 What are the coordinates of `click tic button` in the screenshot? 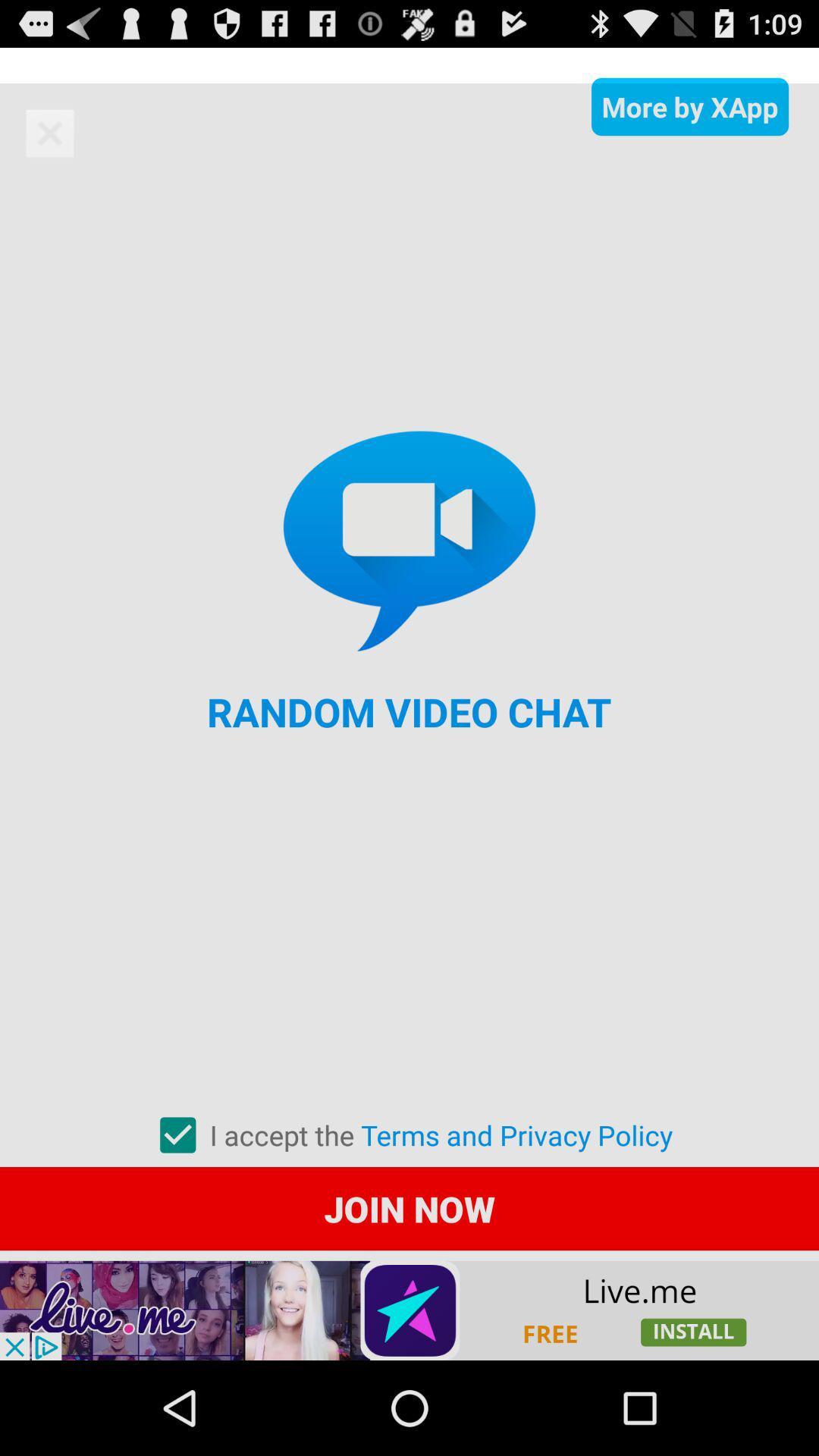 It's located at (177, 1135).